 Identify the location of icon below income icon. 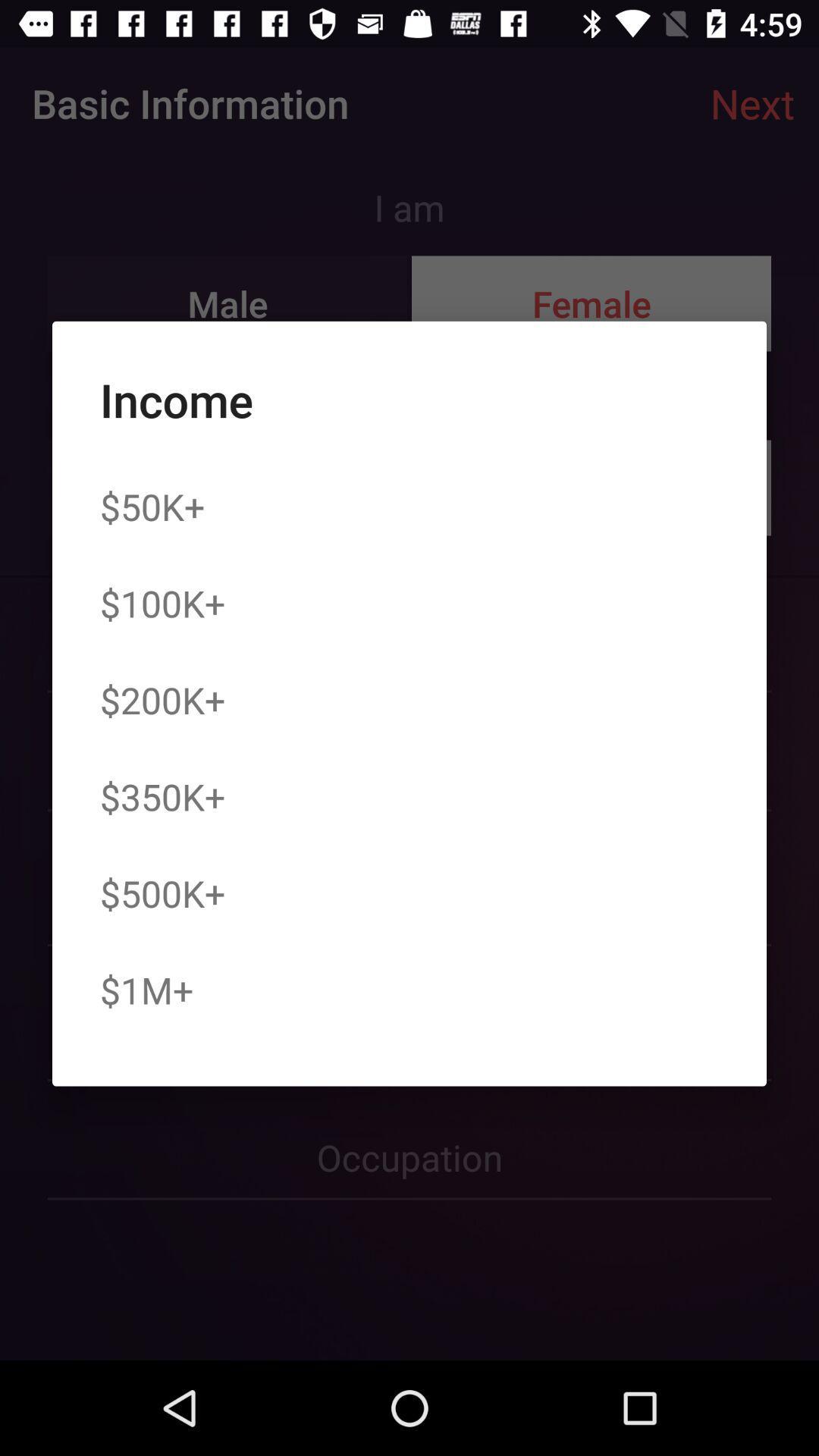
(152, 507).